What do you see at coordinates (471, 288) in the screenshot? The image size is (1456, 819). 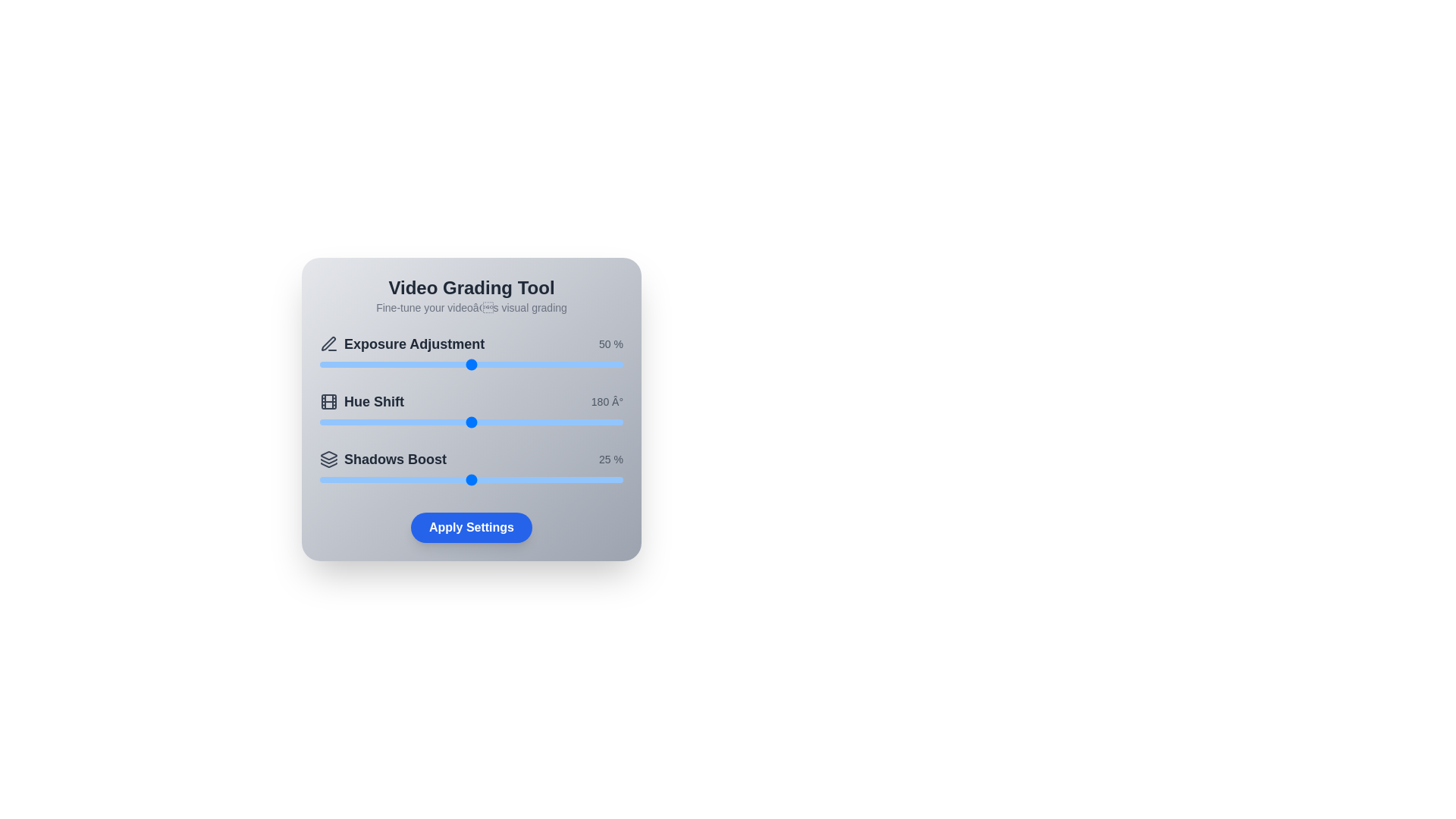 I see `the Text Label that serves as the title for the video grading tool interface, located above the text 'Fine-tune your video’s visual grading'` at bounding box center [471, 288].